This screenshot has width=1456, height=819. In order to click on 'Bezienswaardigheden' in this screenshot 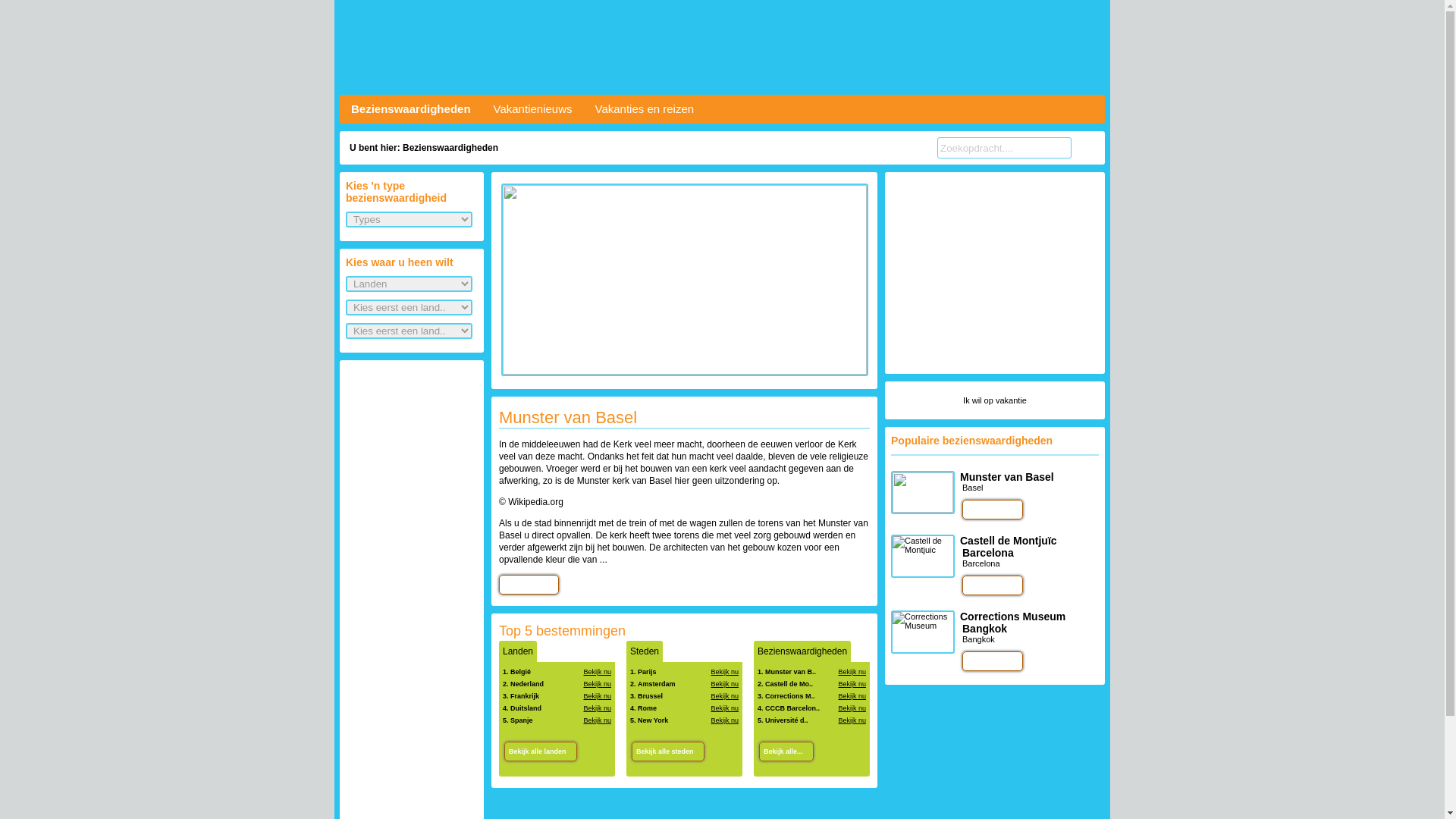, I will do `click(411, 108)`.